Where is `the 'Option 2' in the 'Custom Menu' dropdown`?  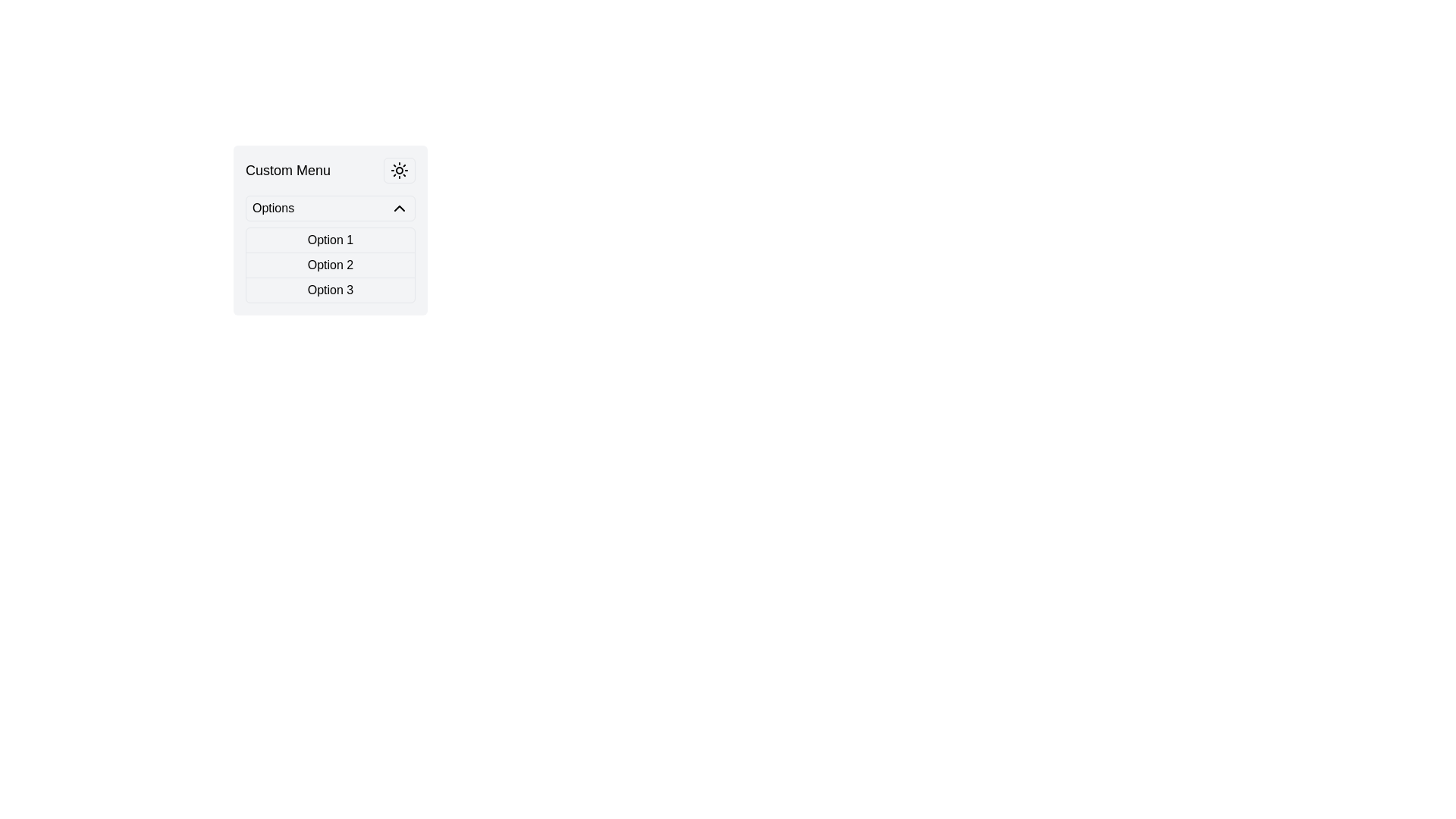 the 'Option 2' in the 'Custom Menu' dropdown is located at coordinates (392, 265).